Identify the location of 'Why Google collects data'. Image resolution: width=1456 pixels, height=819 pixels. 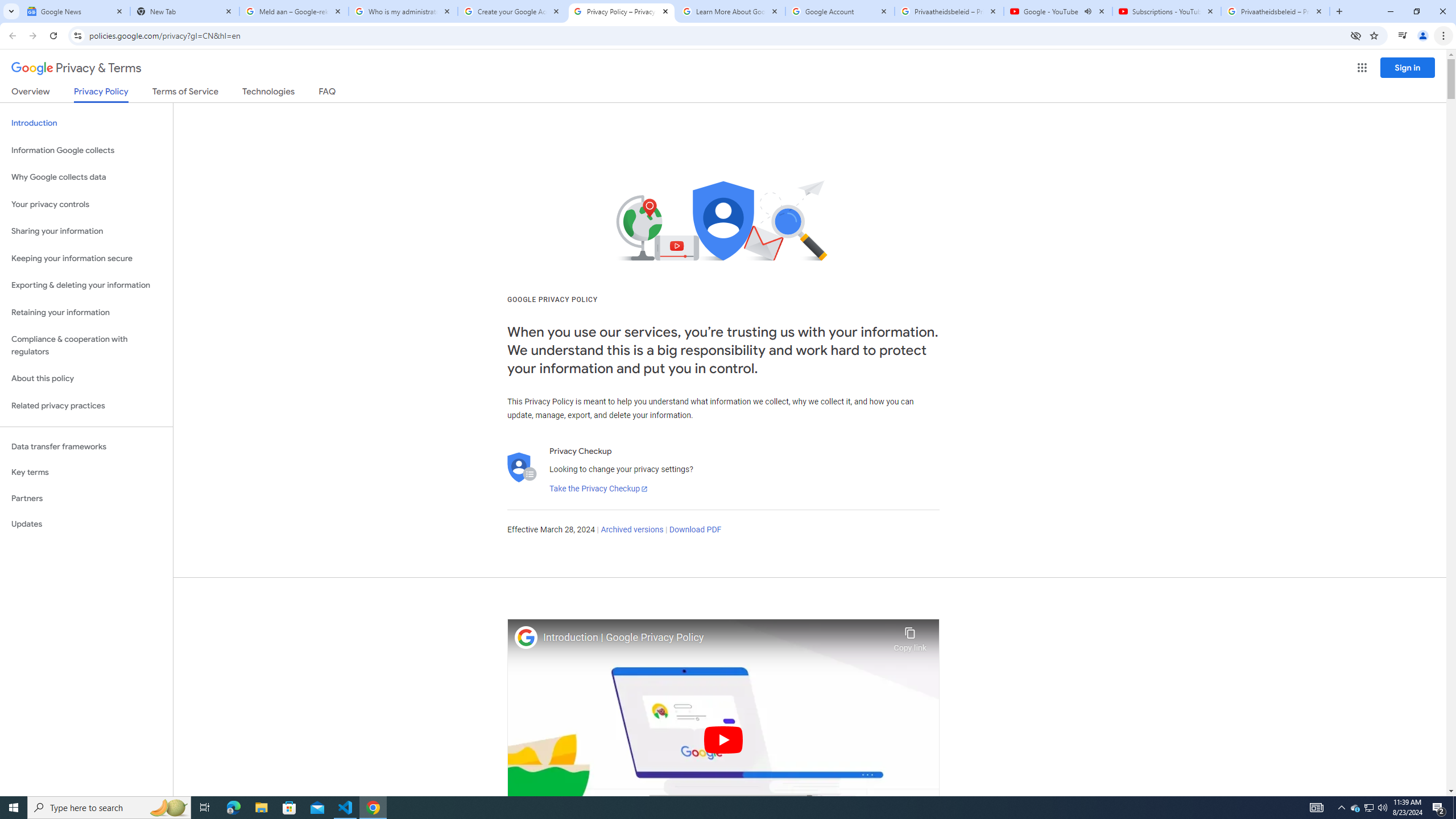
(86, 176).